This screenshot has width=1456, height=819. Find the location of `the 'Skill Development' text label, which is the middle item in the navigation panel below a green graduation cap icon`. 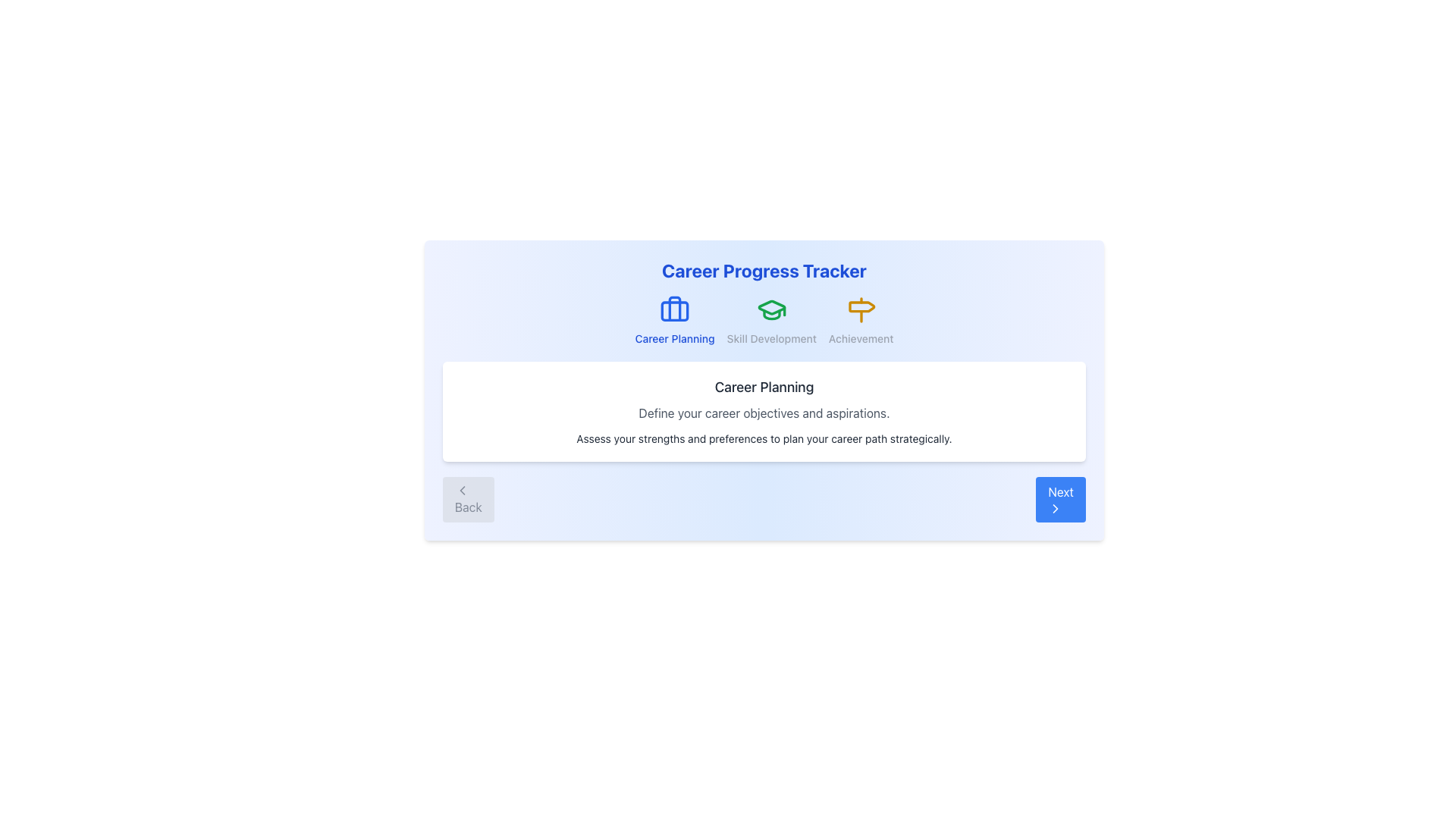

the 'Skill Development' text label, which is the middle item in the navigation panel below a green graduation cap icon is located at coordinates (771, 338).